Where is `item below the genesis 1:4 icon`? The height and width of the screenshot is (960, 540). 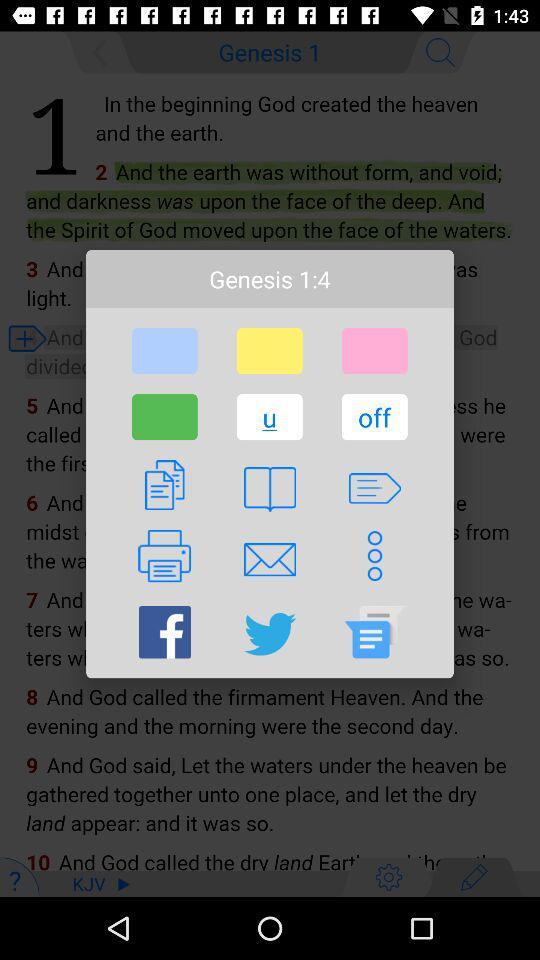
item below the genesis 1:4 icon is located at coordinates (374, 351).